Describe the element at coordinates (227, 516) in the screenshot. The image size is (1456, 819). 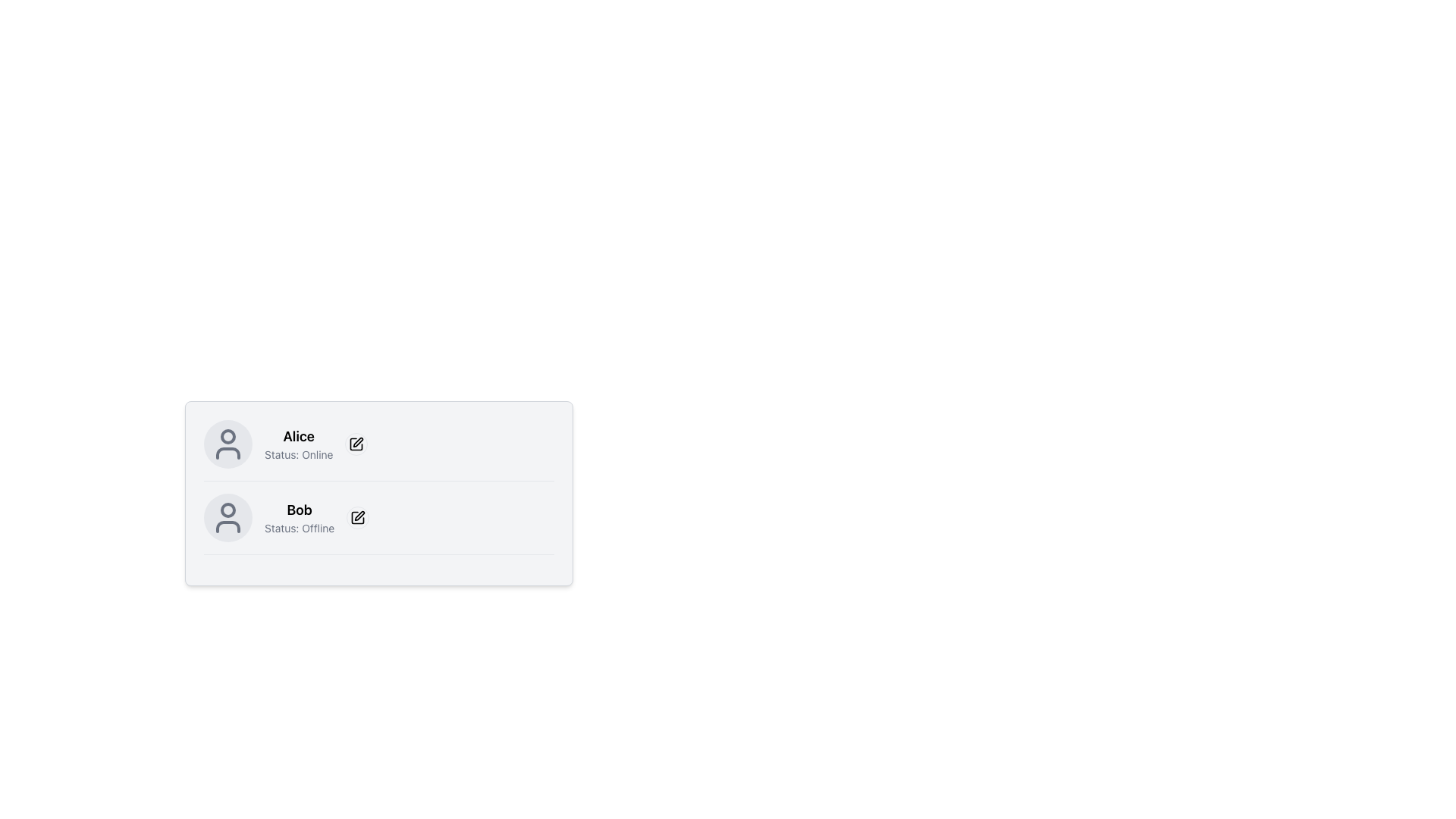
I see `the Decorative Icon representing 'Bob', which is a circular icon with a gray user silhouette, located next to the text 'Bob' and 'Status: Offline'` at that location.